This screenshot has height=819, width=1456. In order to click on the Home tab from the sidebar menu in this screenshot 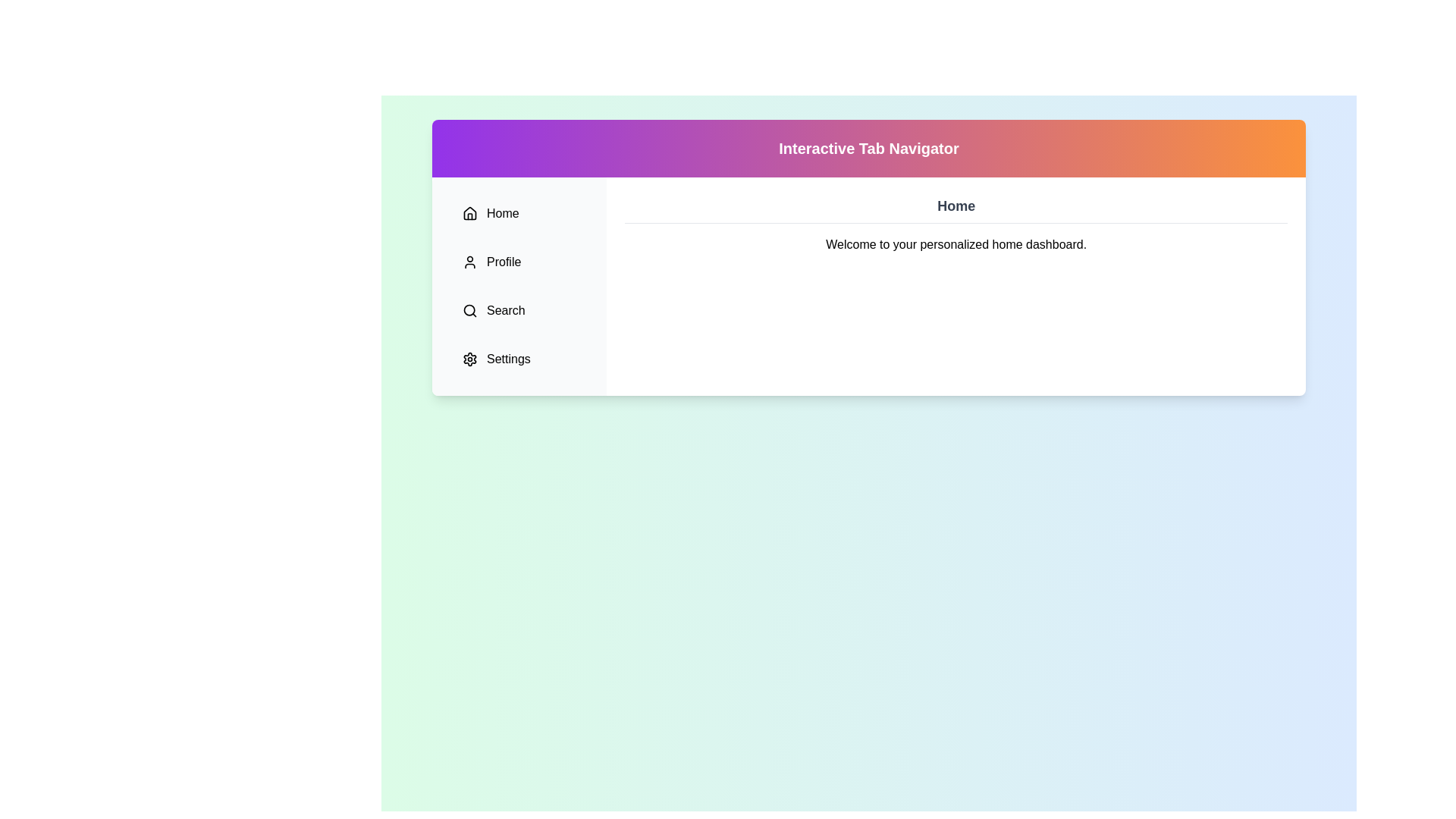, I will do `click(519, 213)`.